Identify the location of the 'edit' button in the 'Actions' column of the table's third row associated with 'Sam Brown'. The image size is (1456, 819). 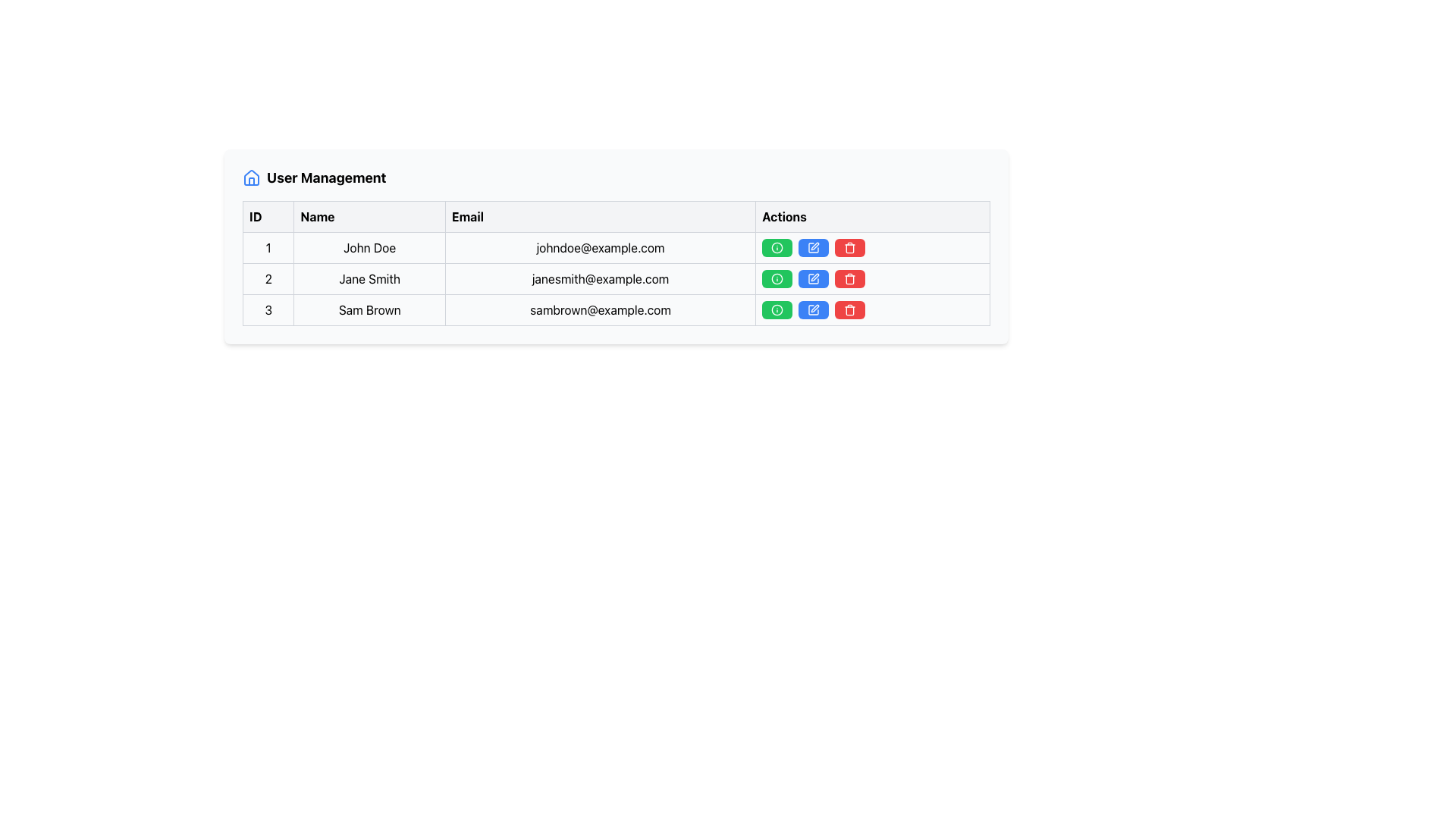
(813, 309).